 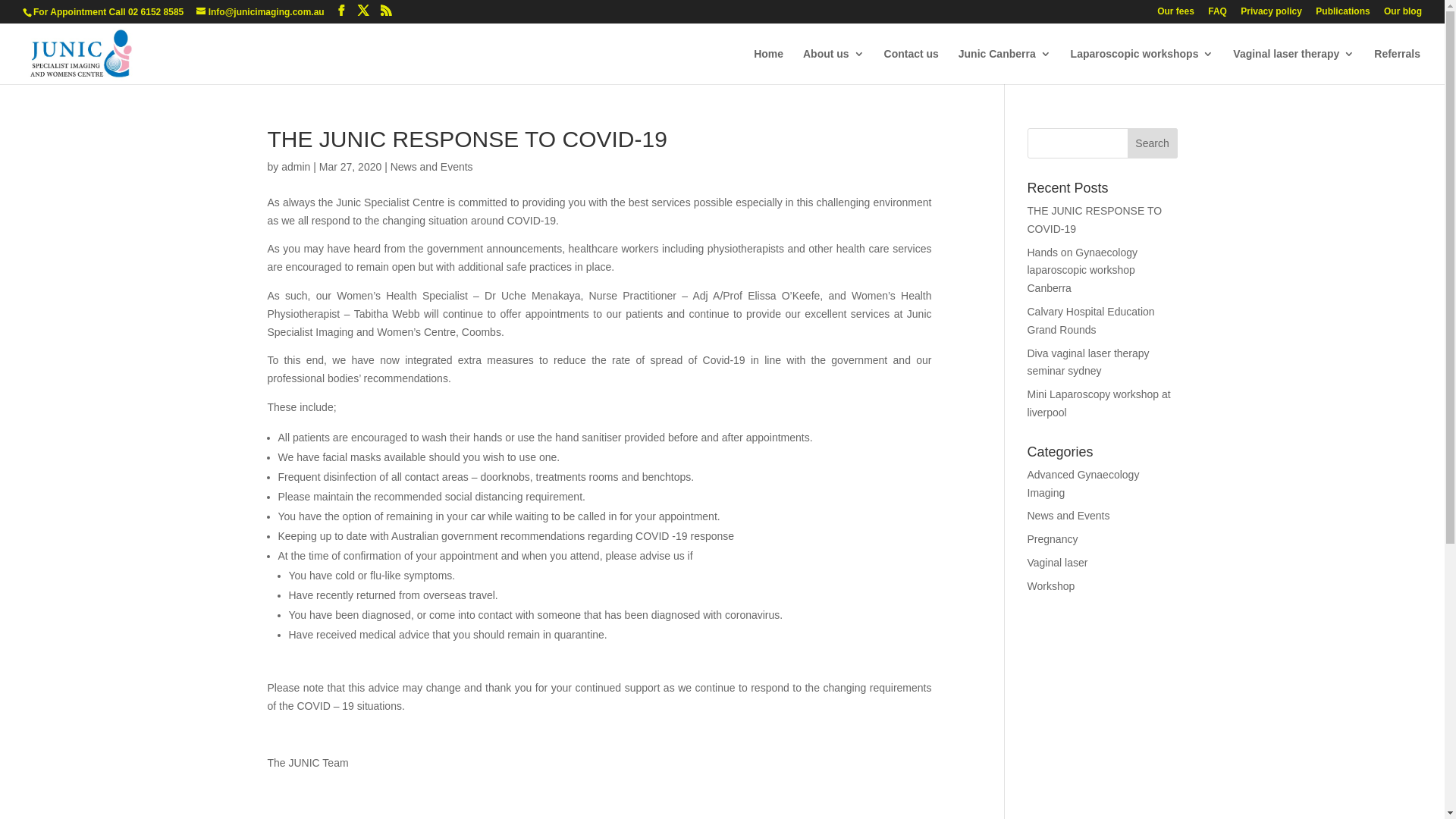 I want to click on 'Laparoscopic workshops', so click(x=1142, y=65).